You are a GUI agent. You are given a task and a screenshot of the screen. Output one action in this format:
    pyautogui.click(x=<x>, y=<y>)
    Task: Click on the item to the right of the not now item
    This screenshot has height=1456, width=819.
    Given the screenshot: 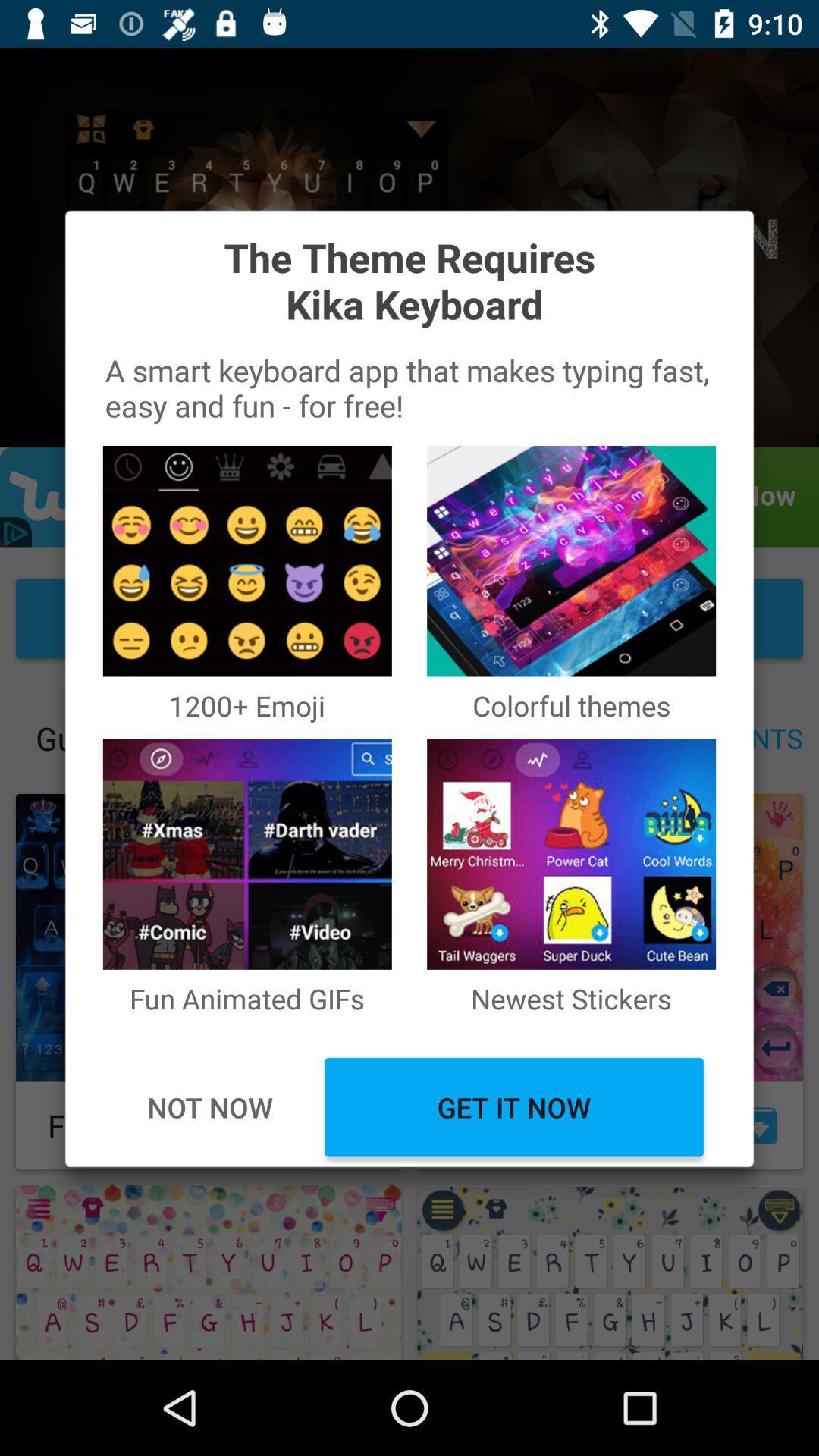 What is the action you would take?
    pyautogui.click(x=513, y=1107)
    